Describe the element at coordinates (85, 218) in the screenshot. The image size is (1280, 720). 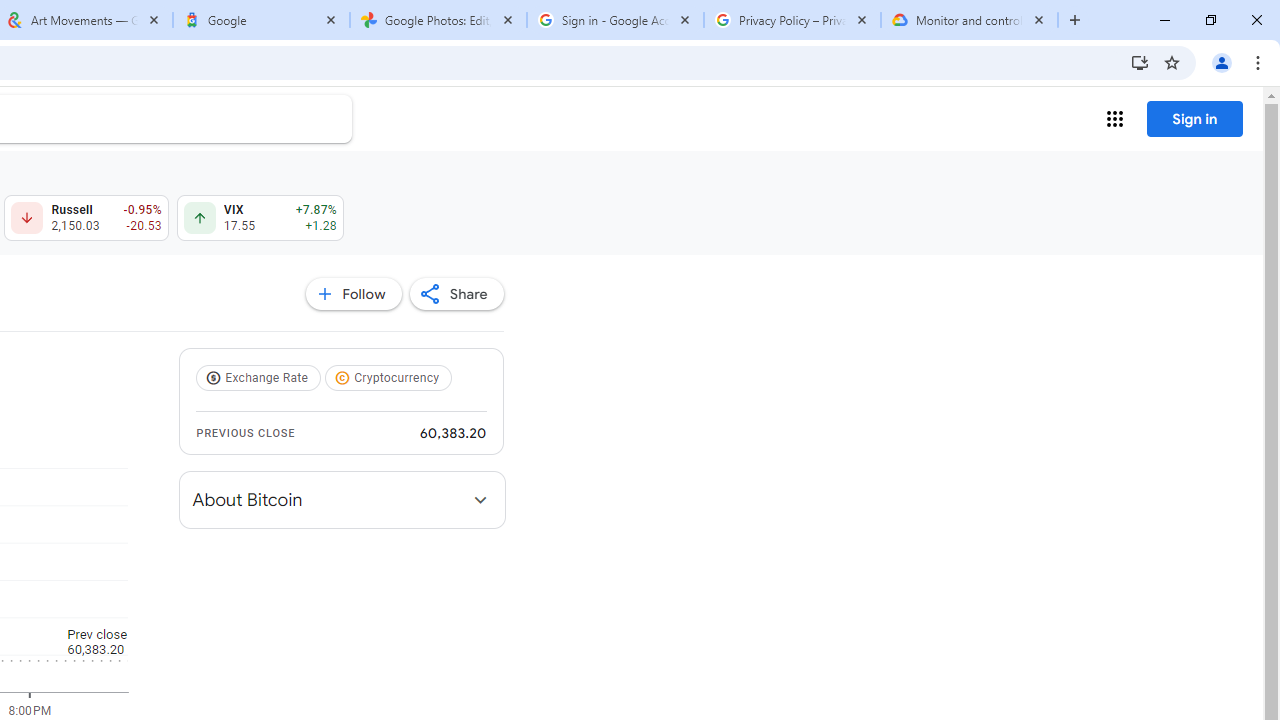
I see `'Russell 2,150.03 Down by 0.95% -20.53'` at that location.